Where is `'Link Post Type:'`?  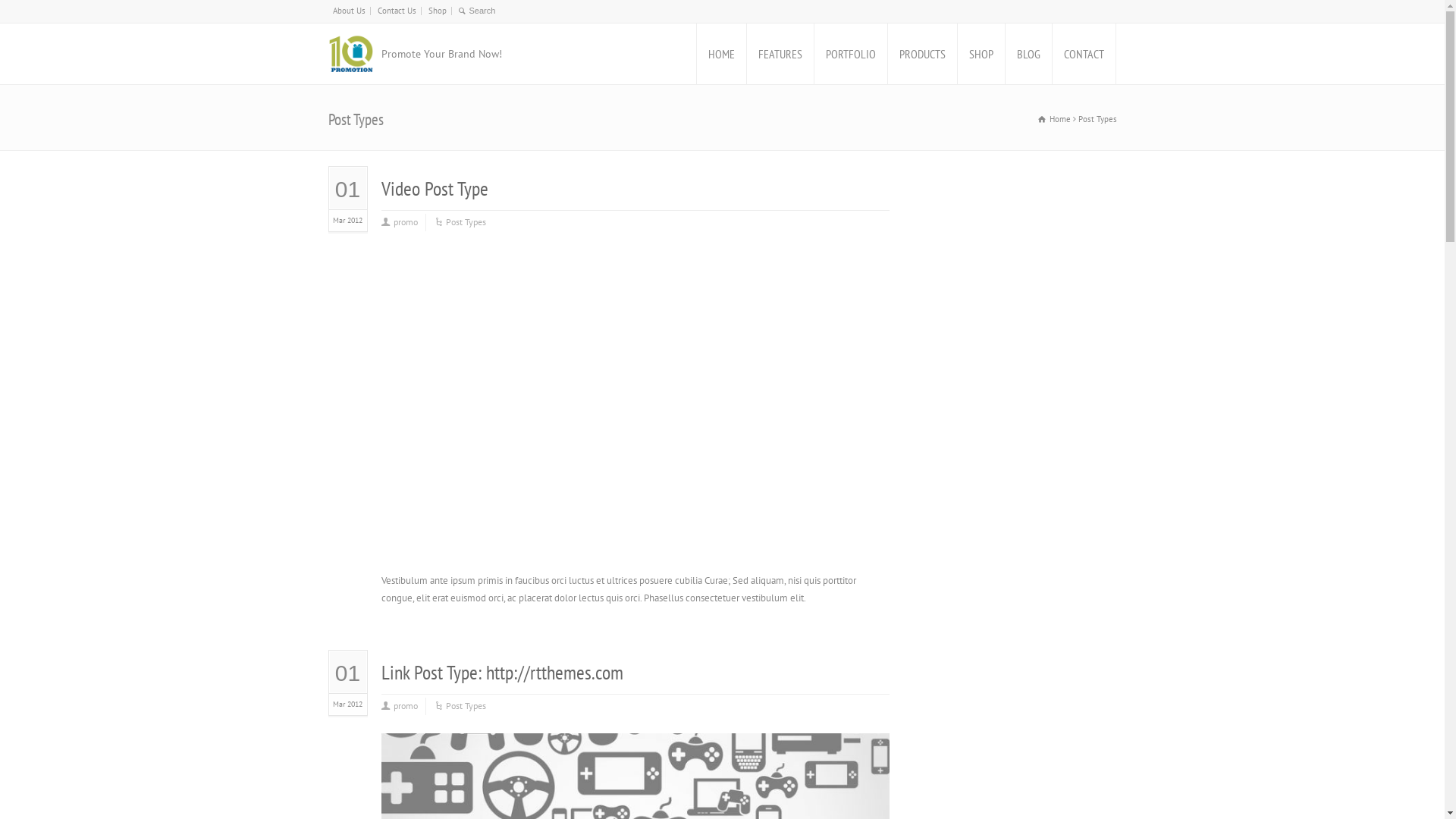 'Link Post Type:' is located at coordinates (432, 671).